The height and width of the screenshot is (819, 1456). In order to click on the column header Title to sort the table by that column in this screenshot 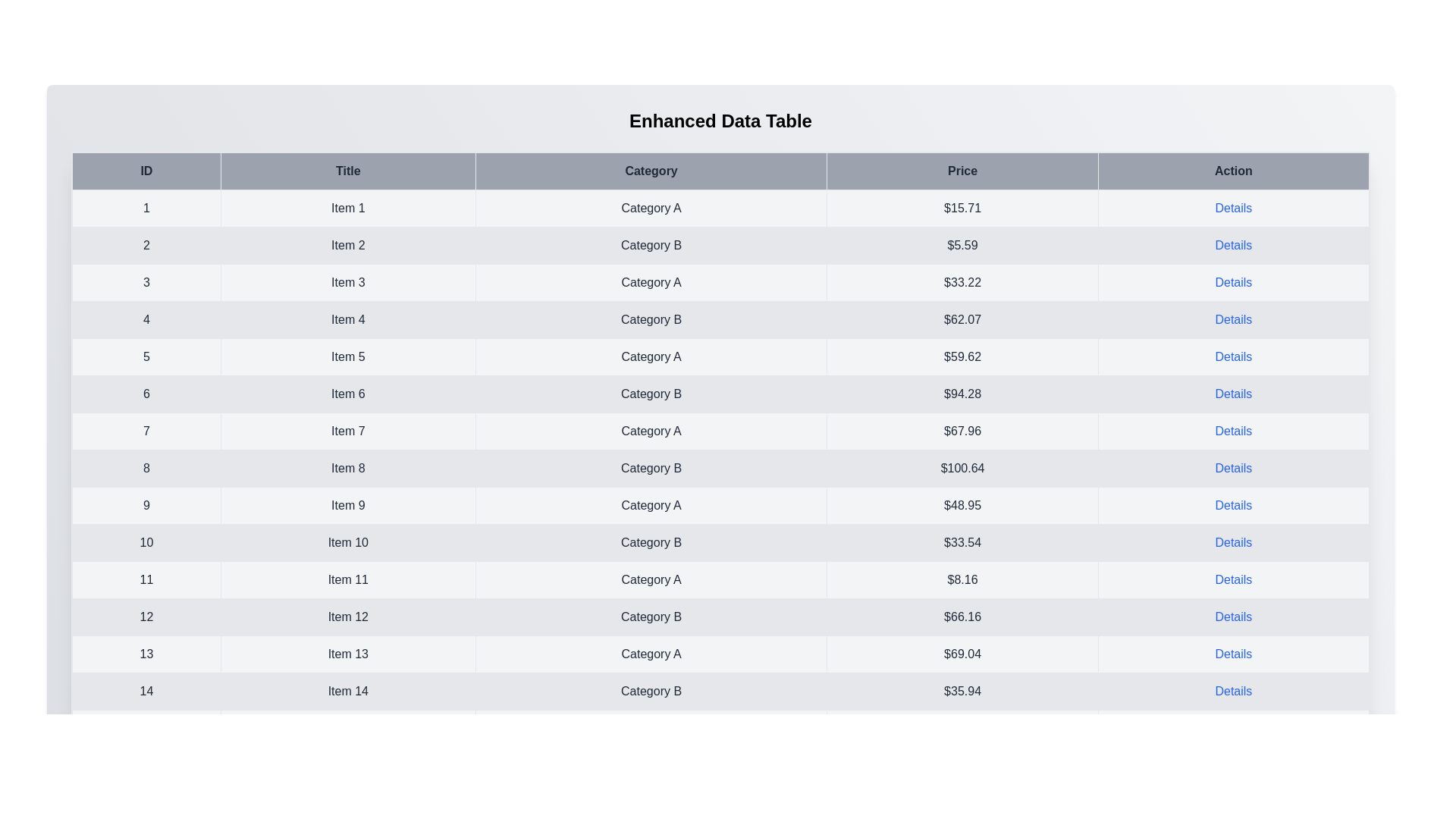, I will do `click(347, 171)`.